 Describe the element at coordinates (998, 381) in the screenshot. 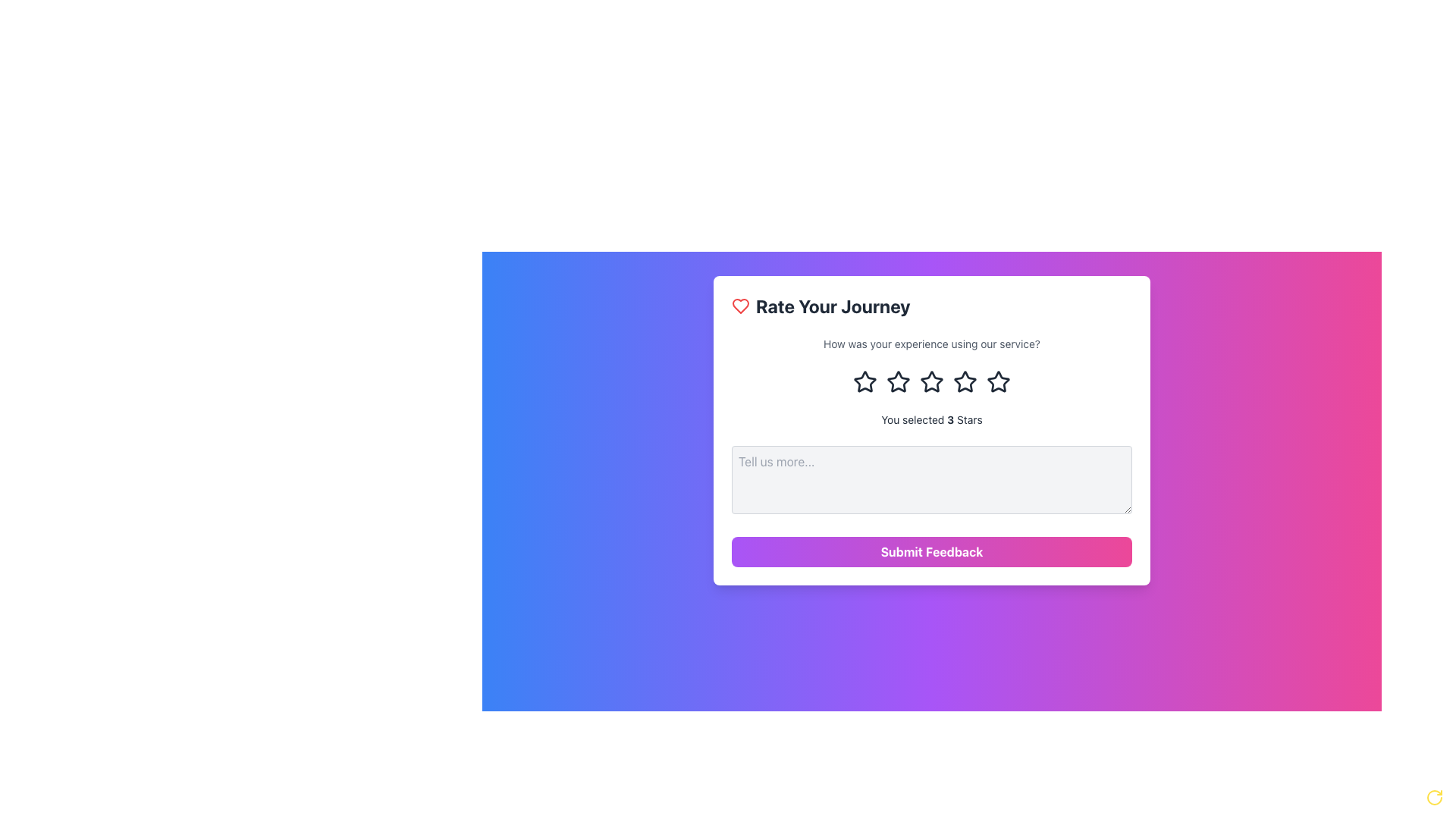

I see `the third star in the rating system` at that location.